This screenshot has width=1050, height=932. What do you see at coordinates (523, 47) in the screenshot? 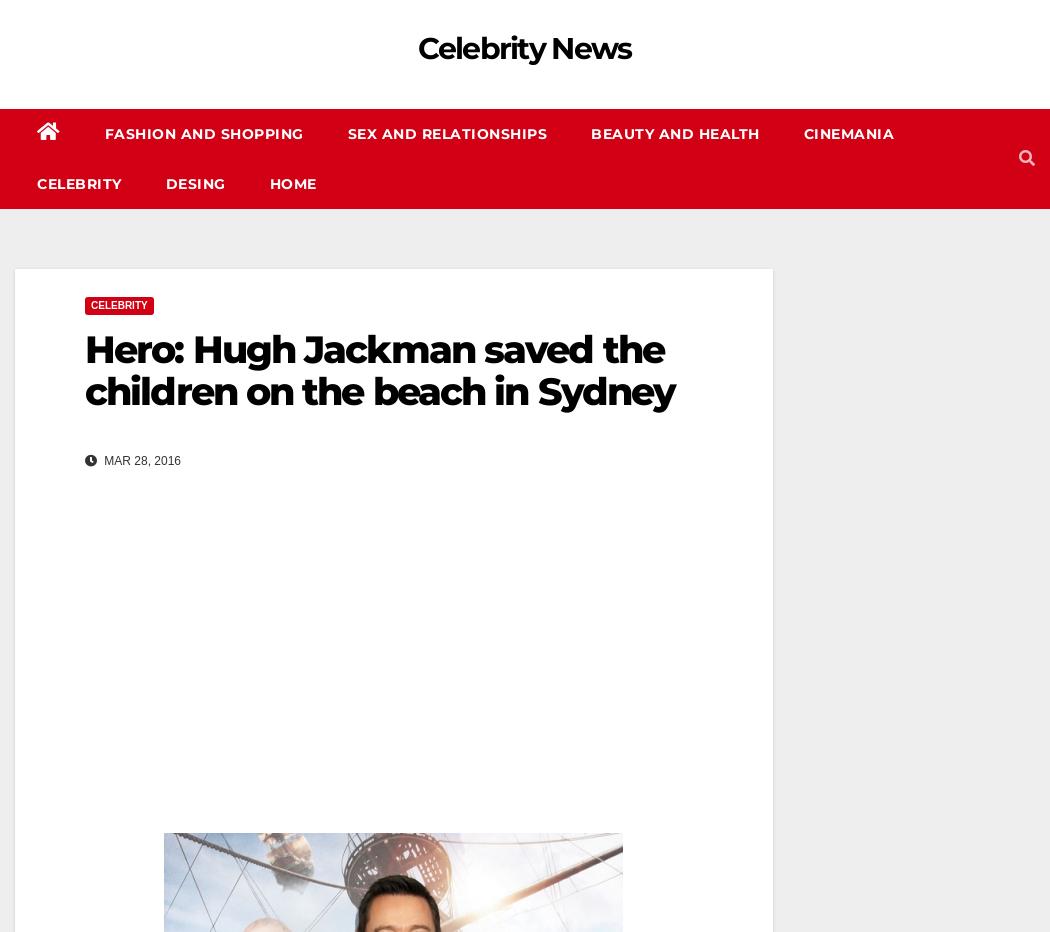
I see `'Celebrity News'` at bounding box center [523, 47].